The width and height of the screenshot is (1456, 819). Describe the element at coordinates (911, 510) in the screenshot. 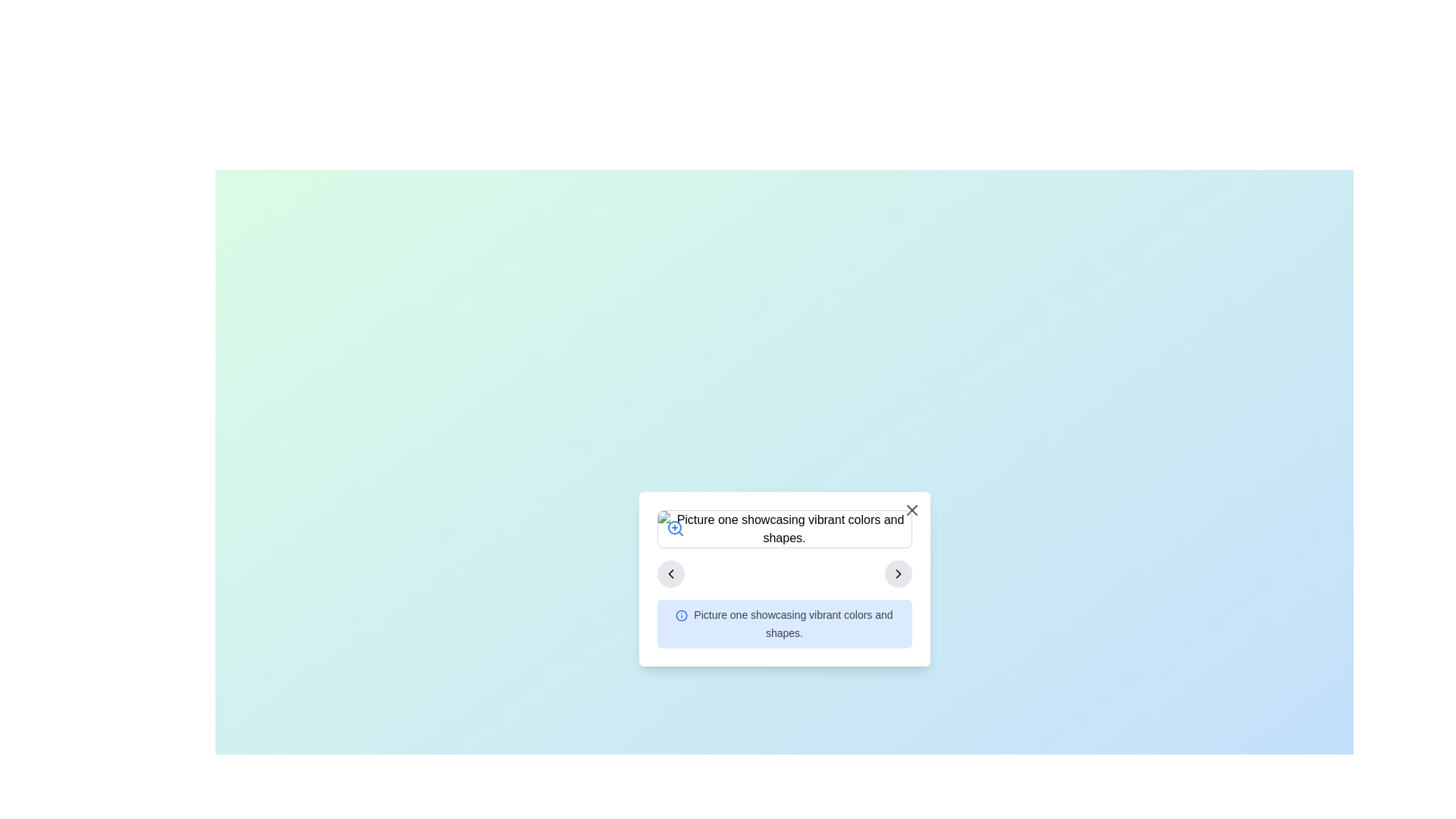

I see `the close button located in the top-right corner of the modal dialog box that dismisses content about 'Picture one showcasing vibrant colors and shapes.'` at that location.